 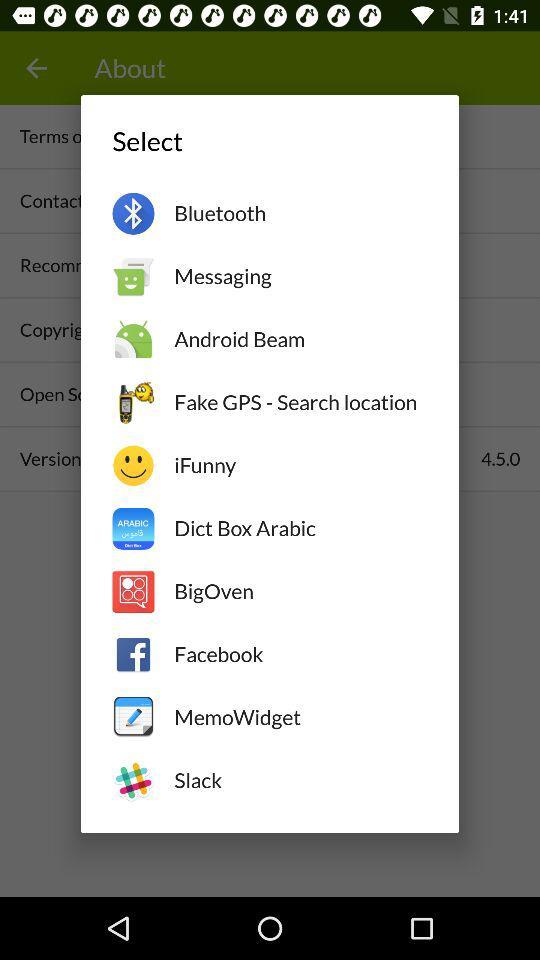 I want to click on the android beam, so click(x=299, y=339).